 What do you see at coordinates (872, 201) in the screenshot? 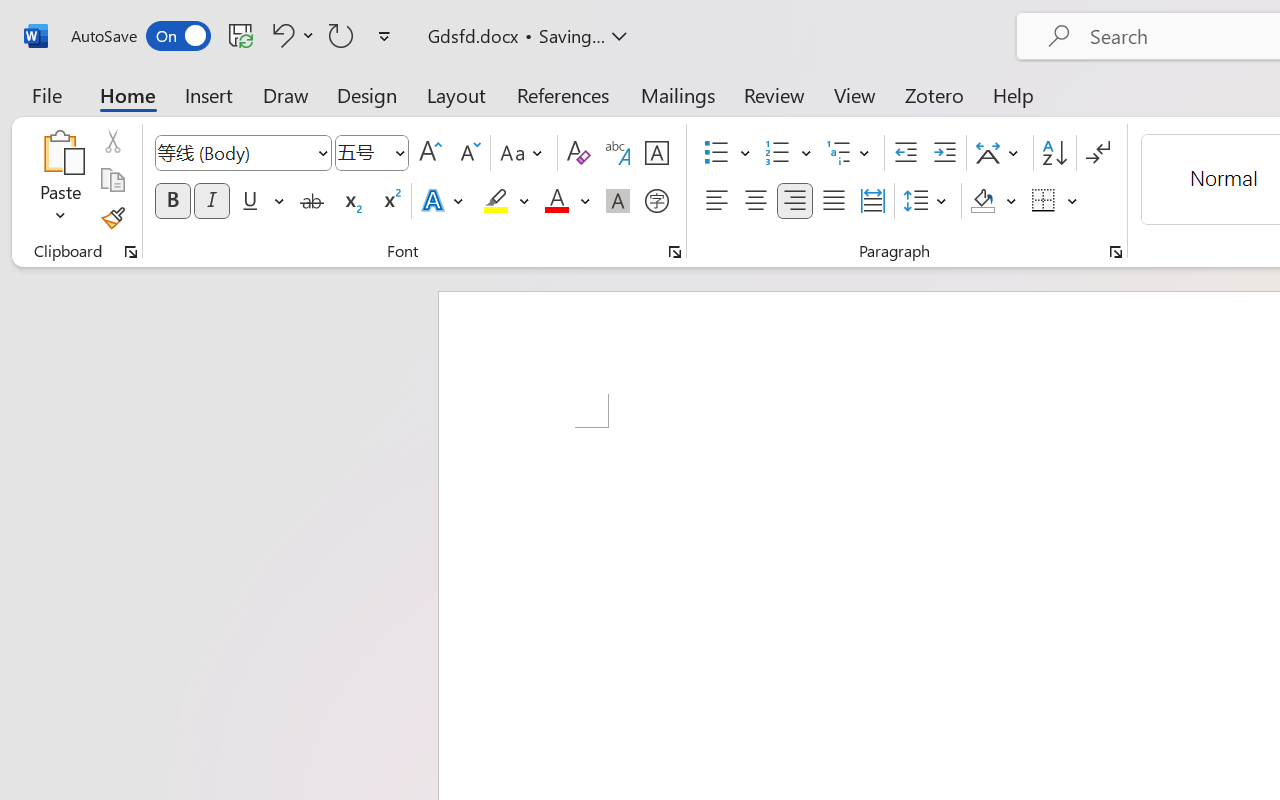
I see `'Distributed'` at bounding box center [872, 201].